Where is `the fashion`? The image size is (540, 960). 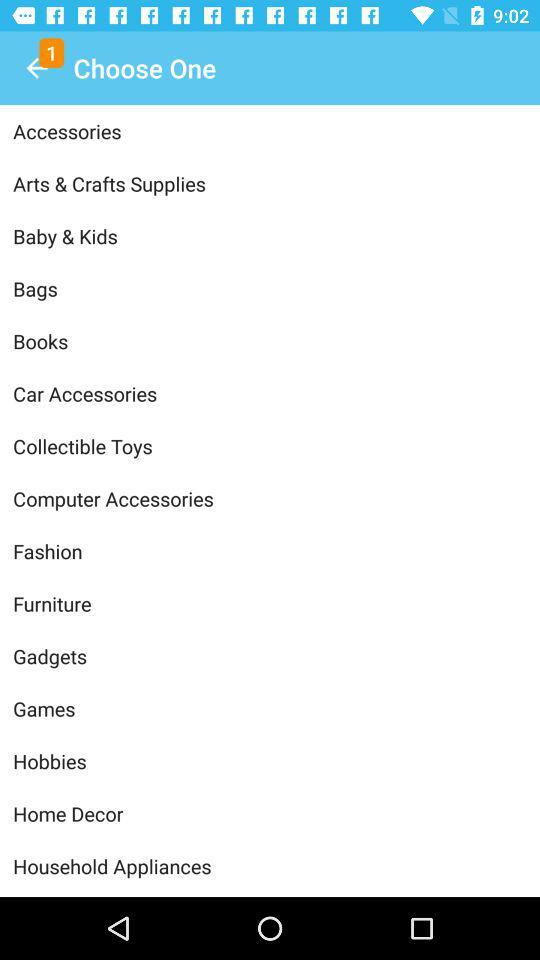 the fashion is located at coordinates (270, 551).